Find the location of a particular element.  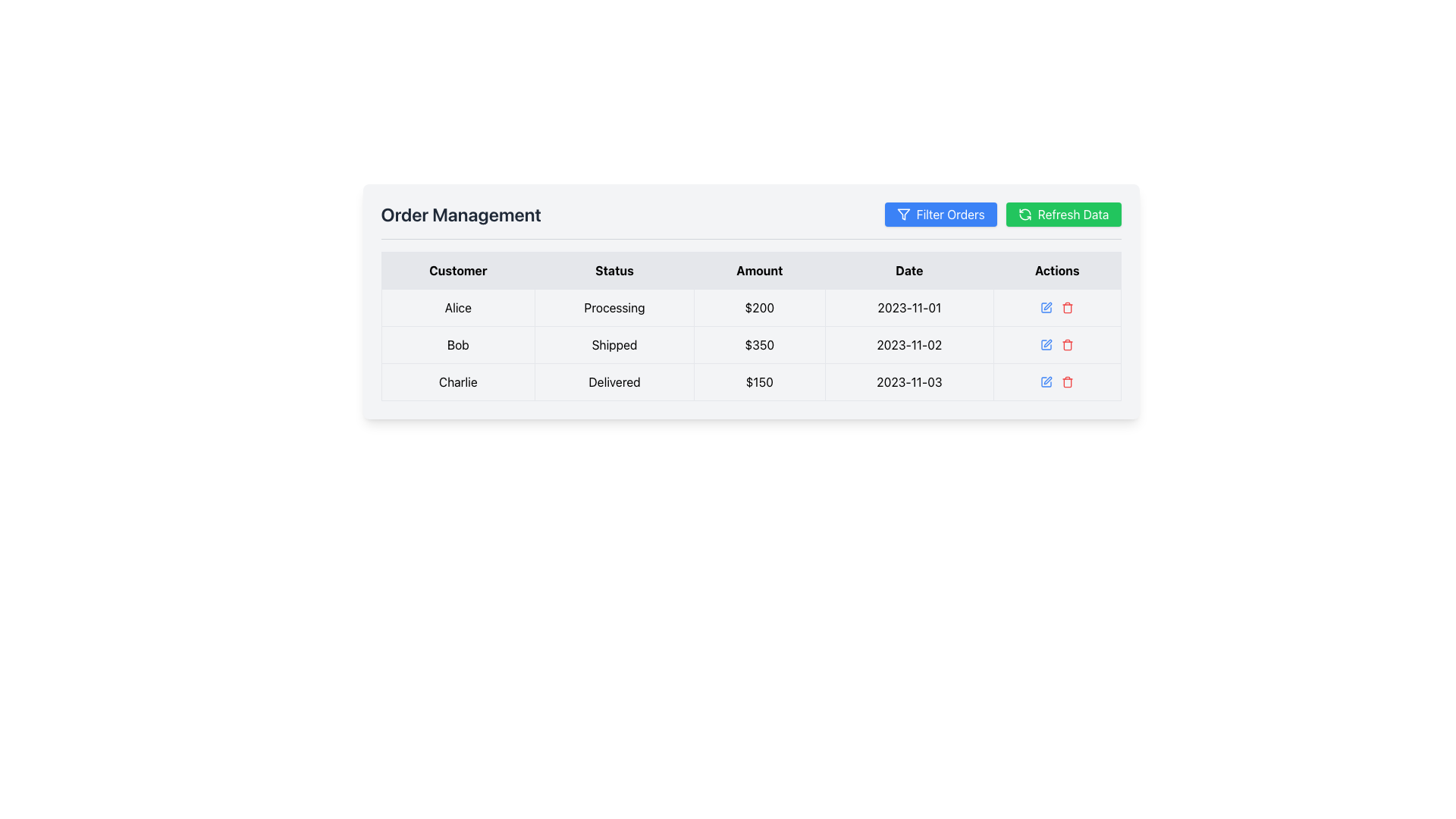

the Table Header Cell containing the bold, centered text 'Actions' in black on a light gray background, positioned at the rightmost within the header row of the data table is located at coordinates (1056, 270).